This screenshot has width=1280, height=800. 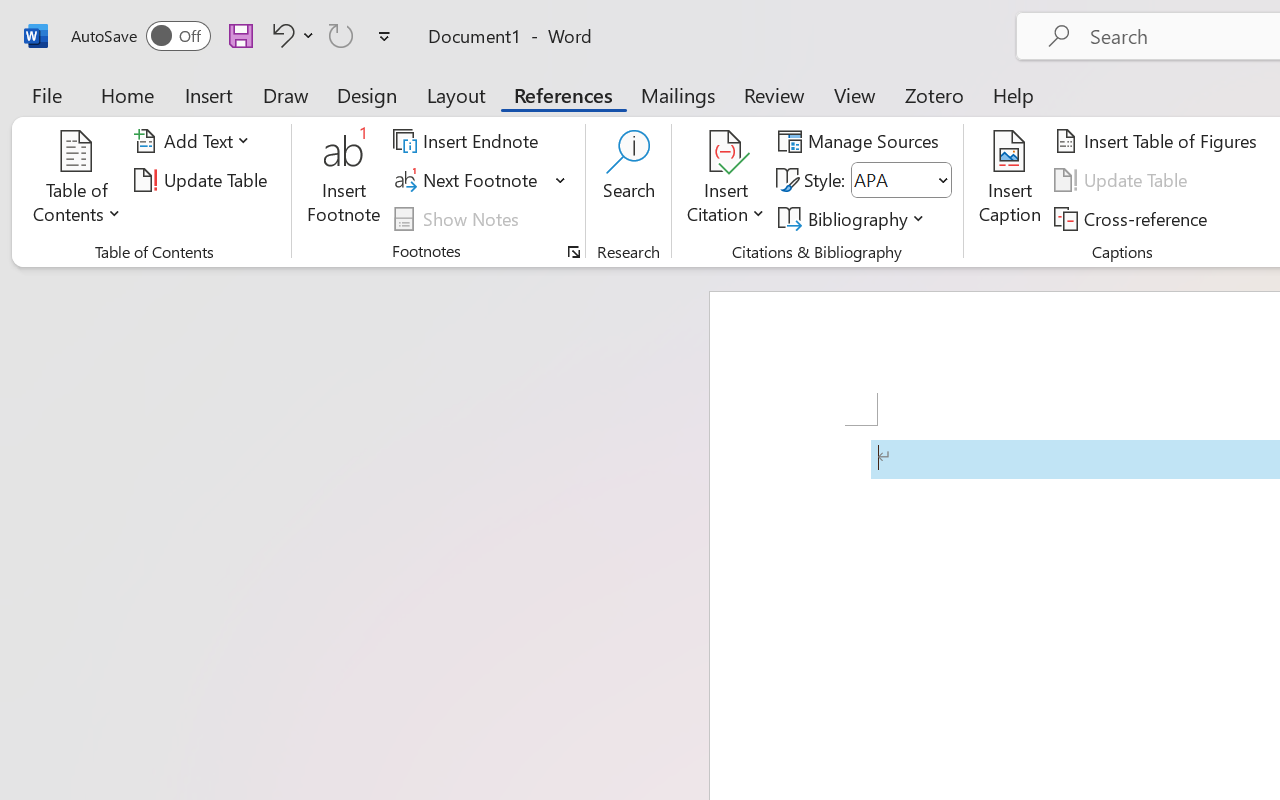 What do you see at coordinates (344, 179) in the screenshot?
I see `'Insert Footnote'` at bounding box center [344, 179].